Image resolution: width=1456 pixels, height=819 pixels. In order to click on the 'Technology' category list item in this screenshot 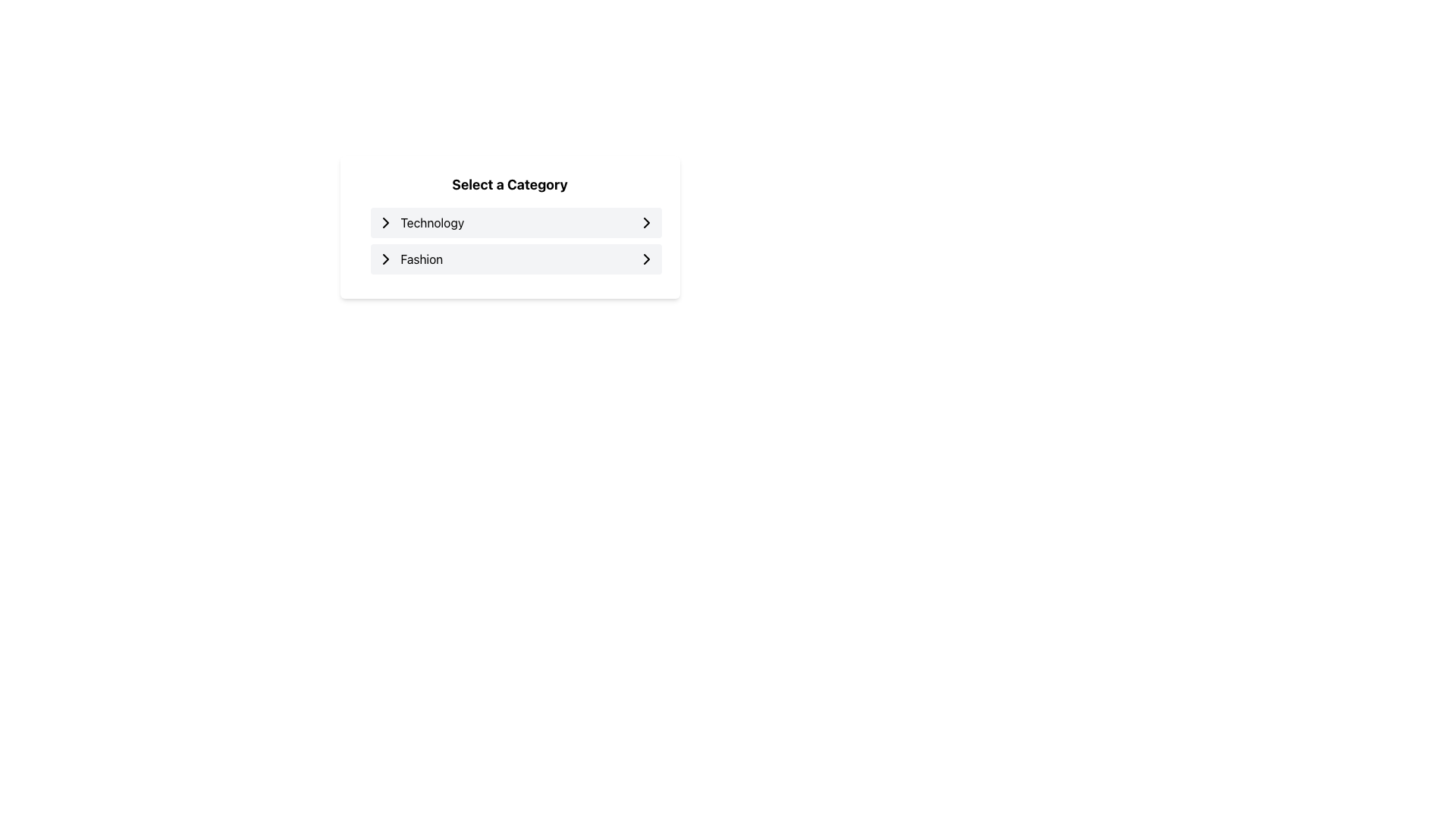, I will do `click(420, 222)`.